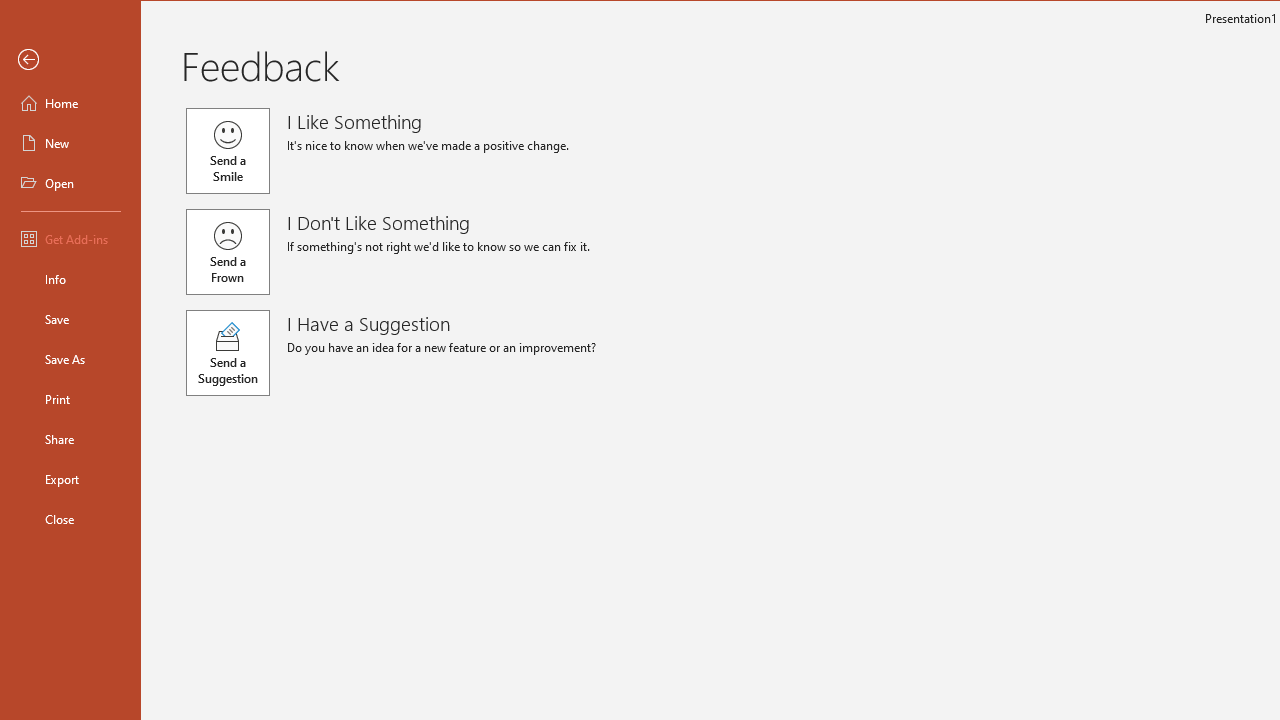 The image size is (1280, 720). I want to click on 'Save As', so click(71, 357).